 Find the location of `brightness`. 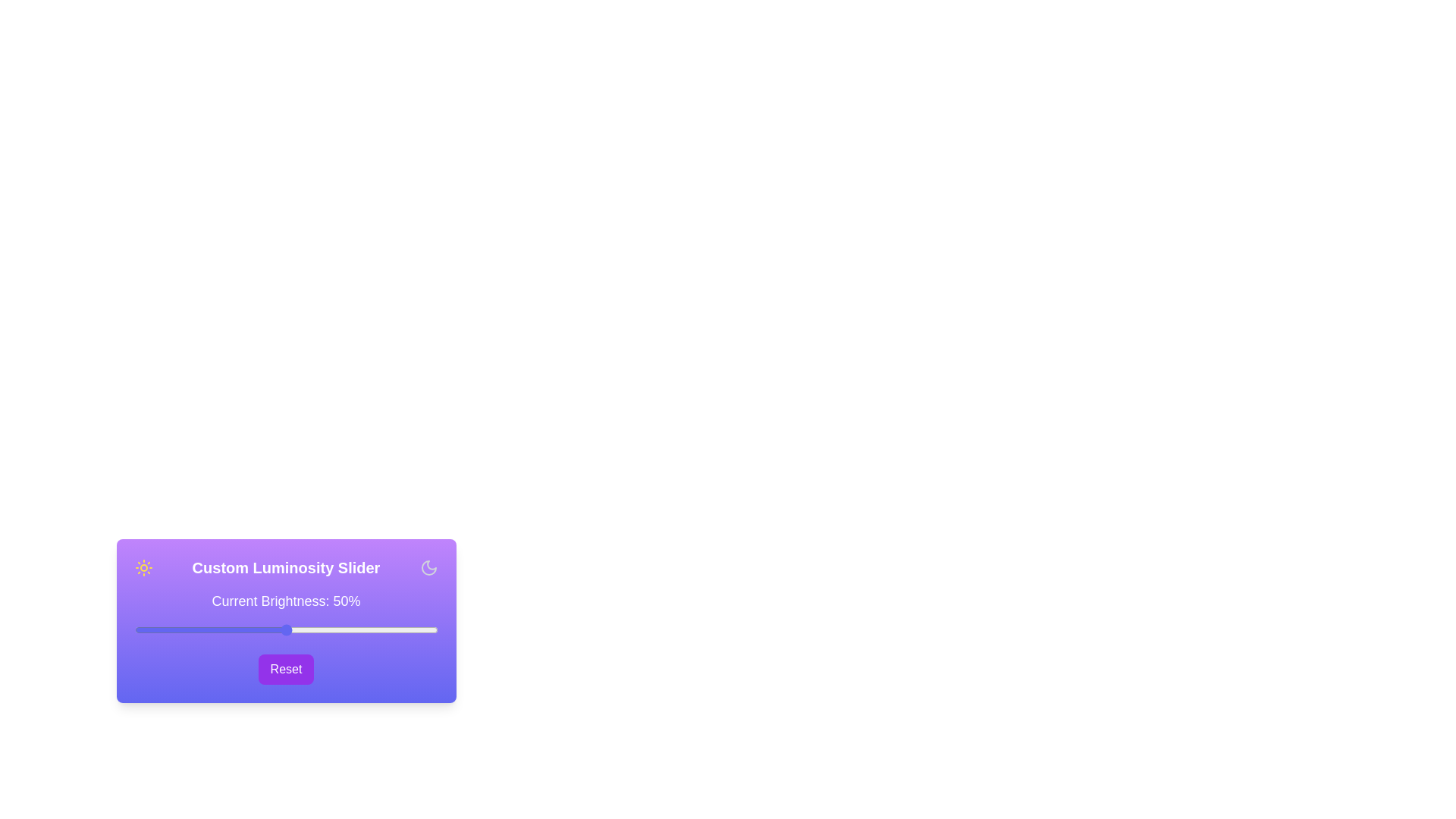

brightness is located at coordinates (380, 629).